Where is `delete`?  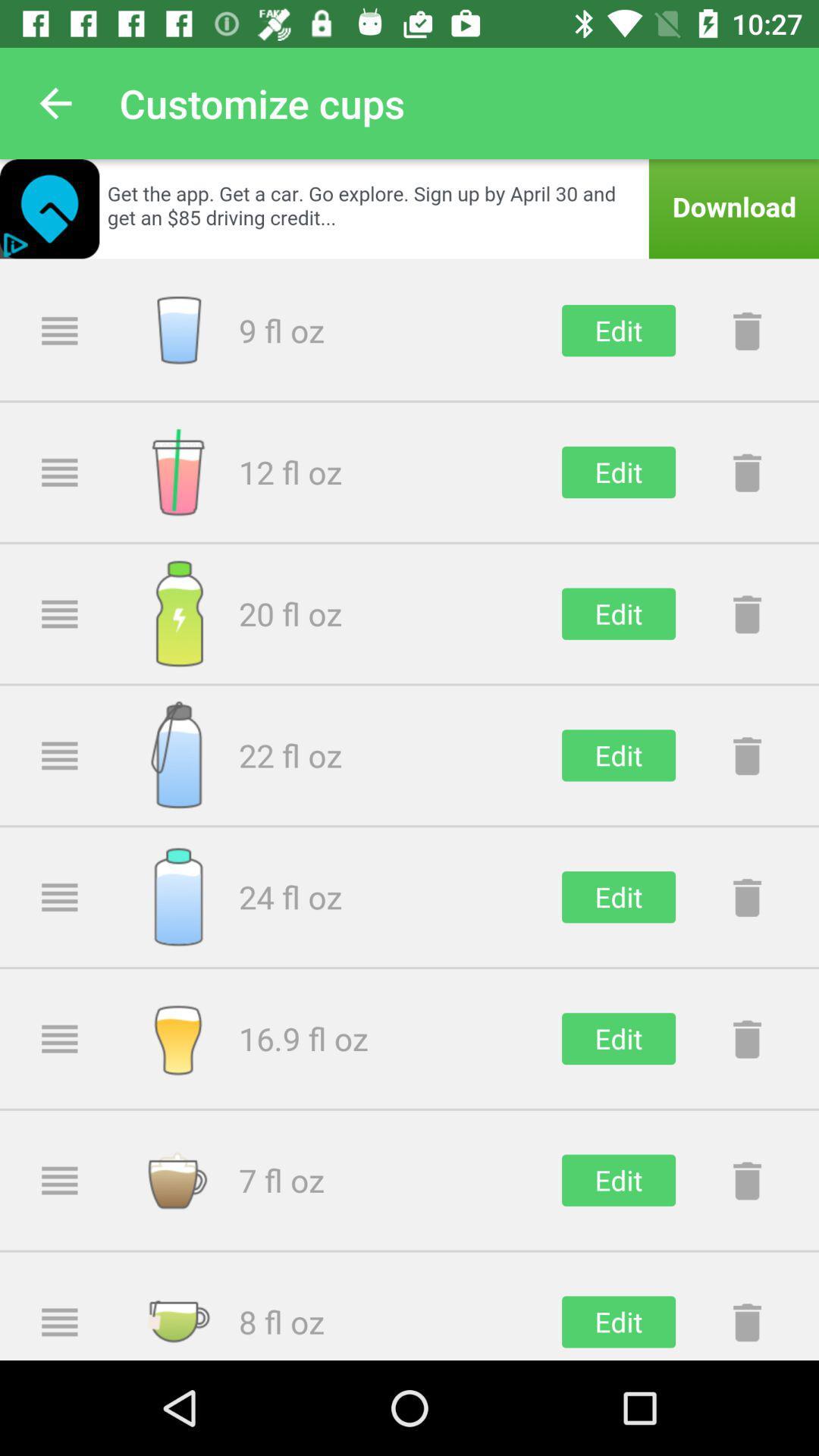 delete is located at coordinates (746, 755).